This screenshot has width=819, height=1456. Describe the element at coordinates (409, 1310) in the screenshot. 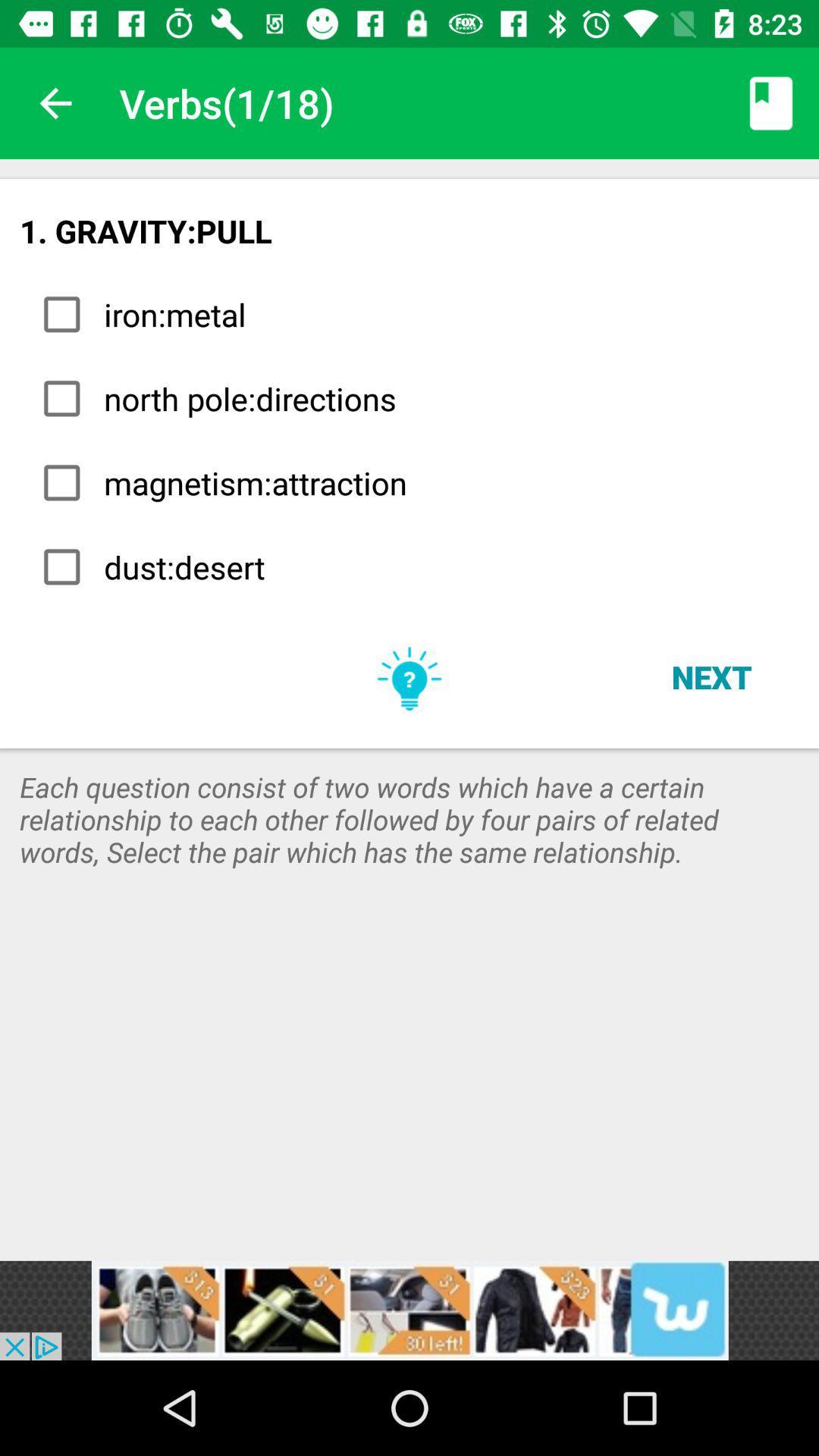

I see `notifications` at that location.